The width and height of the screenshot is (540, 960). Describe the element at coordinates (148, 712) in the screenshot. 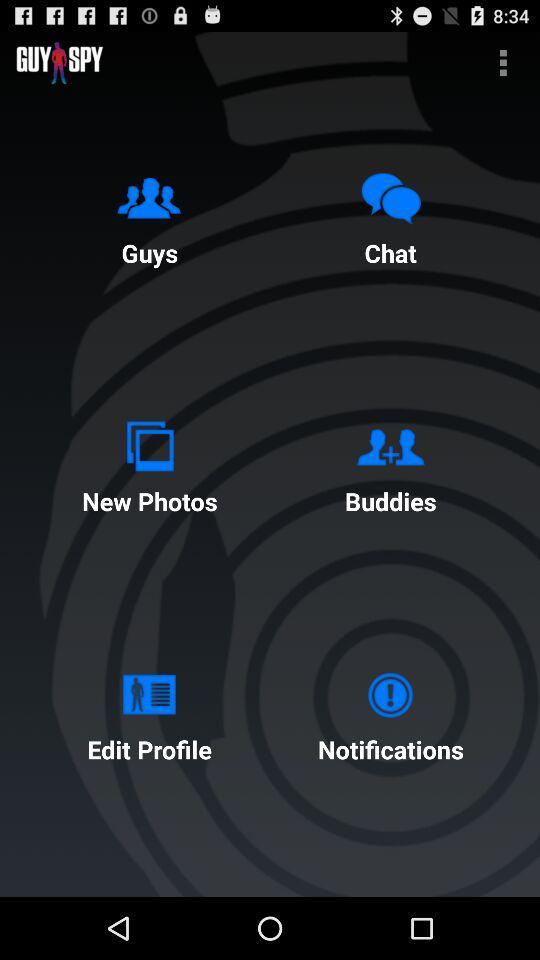

I see `icon at the bottom left corner` at that location.